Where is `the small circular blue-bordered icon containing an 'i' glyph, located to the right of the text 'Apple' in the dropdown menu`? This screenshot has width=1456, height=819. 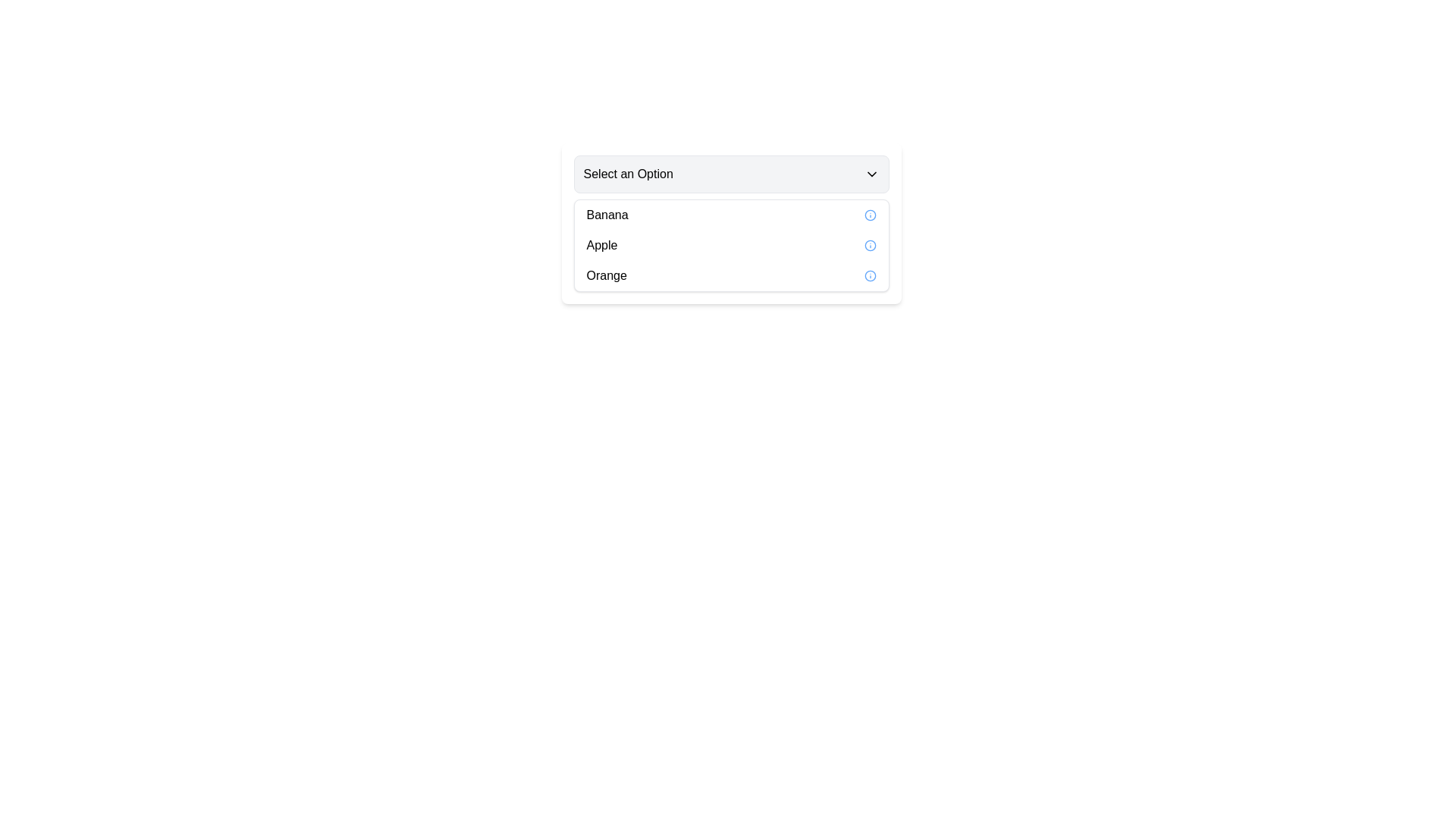 the small circular blue-bordered icon containing an 'i' glyph, located to the right of the text 'Apple' in the dropdown menu is located at coordinates (870, 245).